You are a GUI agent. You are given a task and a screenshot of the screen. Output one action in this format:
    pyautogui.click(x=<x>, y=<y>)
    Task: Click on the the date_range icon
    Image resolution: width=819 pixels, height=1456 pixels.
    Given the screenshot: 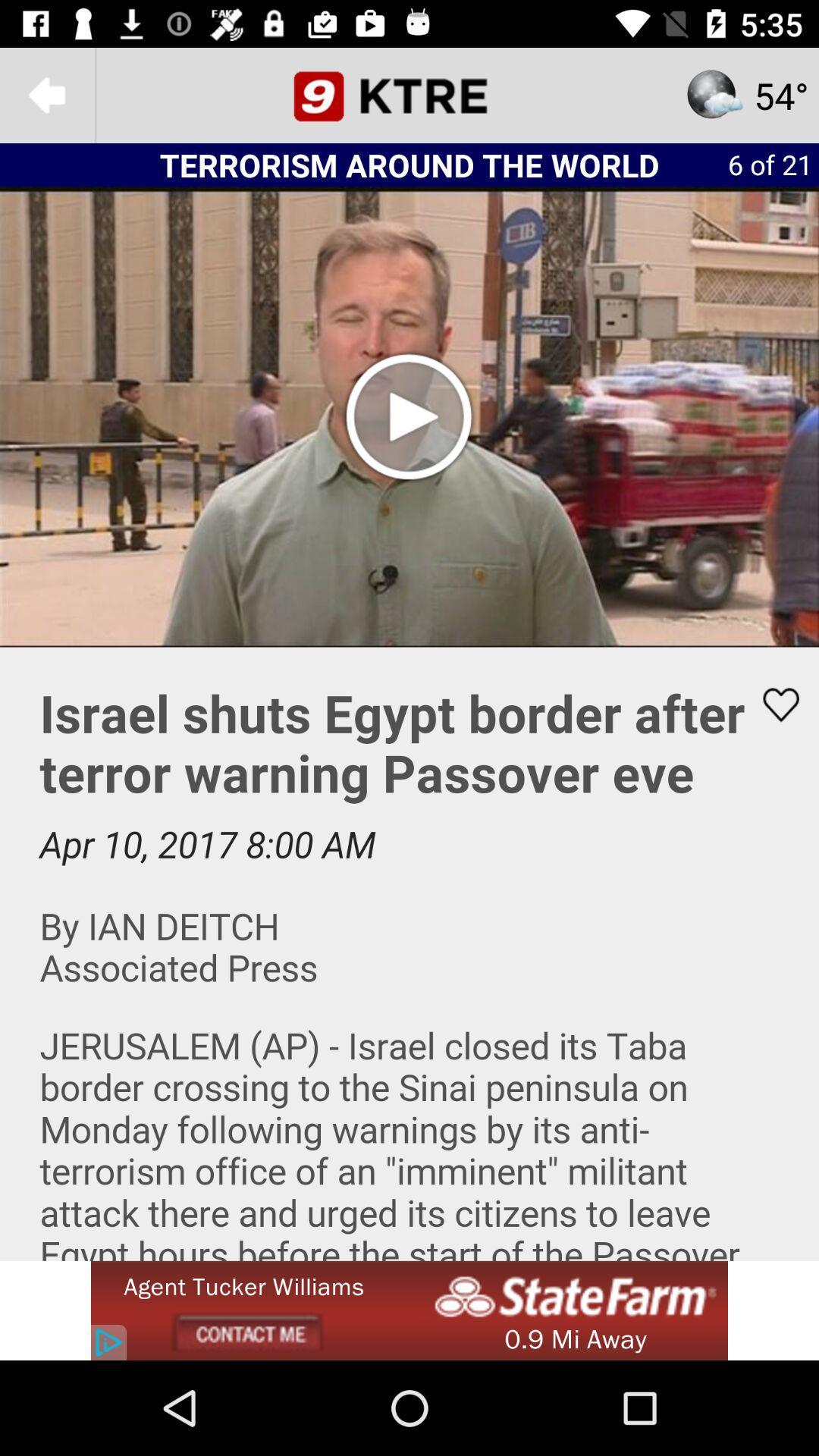 What is the action you would take?
    pyautogui.click(x=409, y=94)
    